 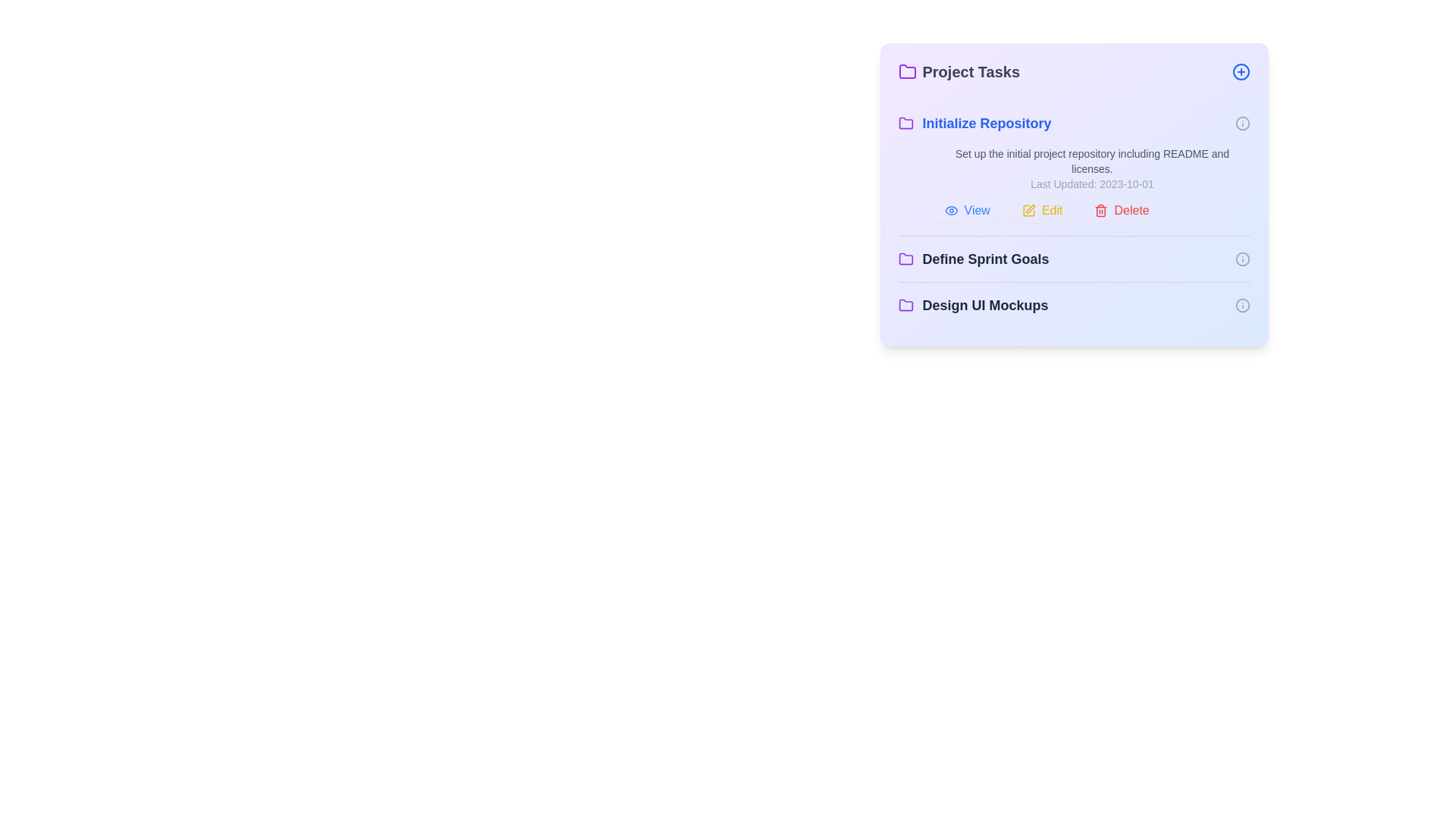 What do you see at coordinates (1031, 209) in the screenshot?
I see `the editing icon located in the task management panel, positioned near the top-right corner of the interface` at bounding box center [1031, 209].